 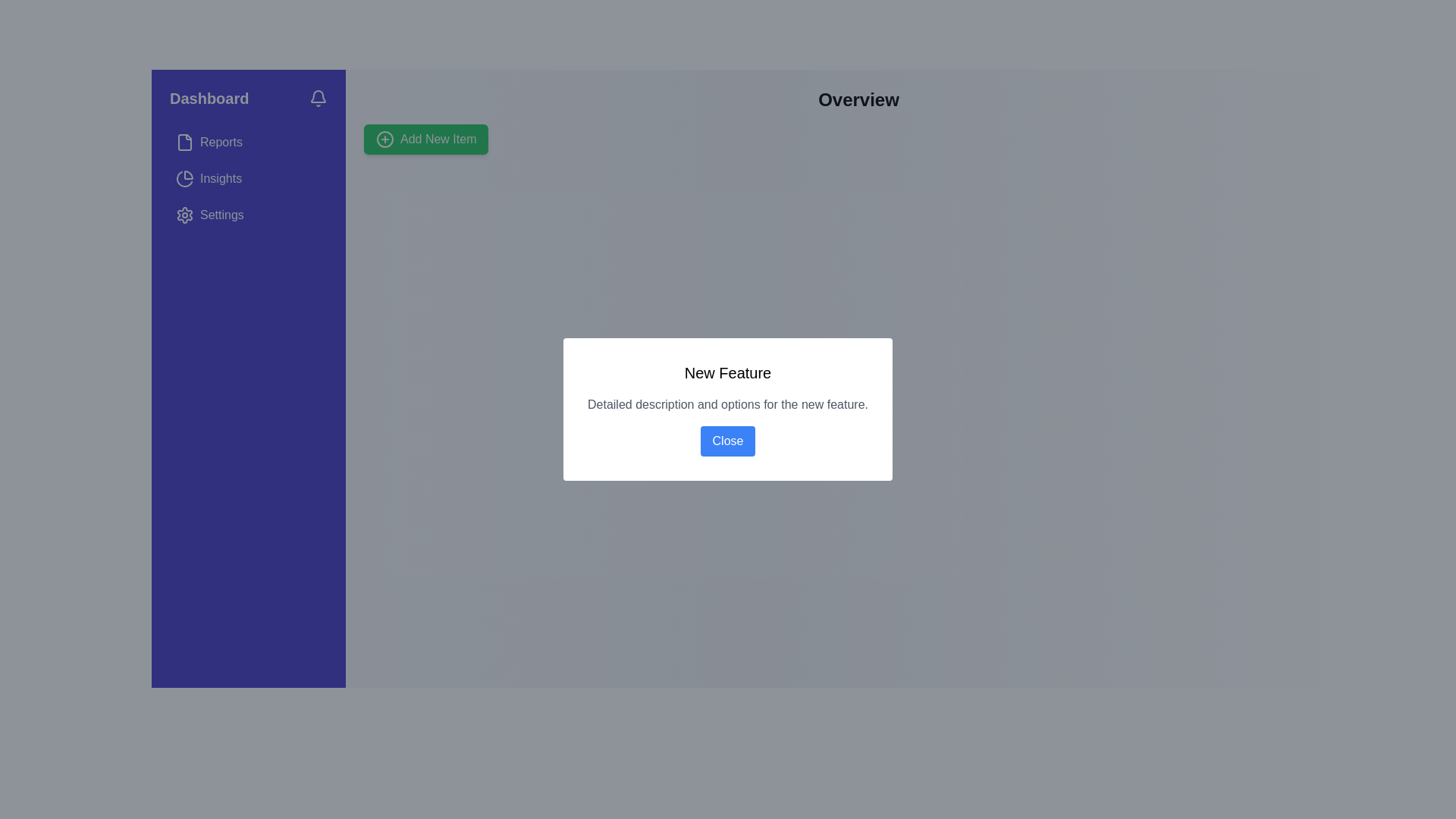 What do you see at coordinates (318, 99) in the screenshot?
I see `the notification bell icon located near the top right corner of the sidebar section labeled 'Dashboard'` at bounding box center [318, 99].